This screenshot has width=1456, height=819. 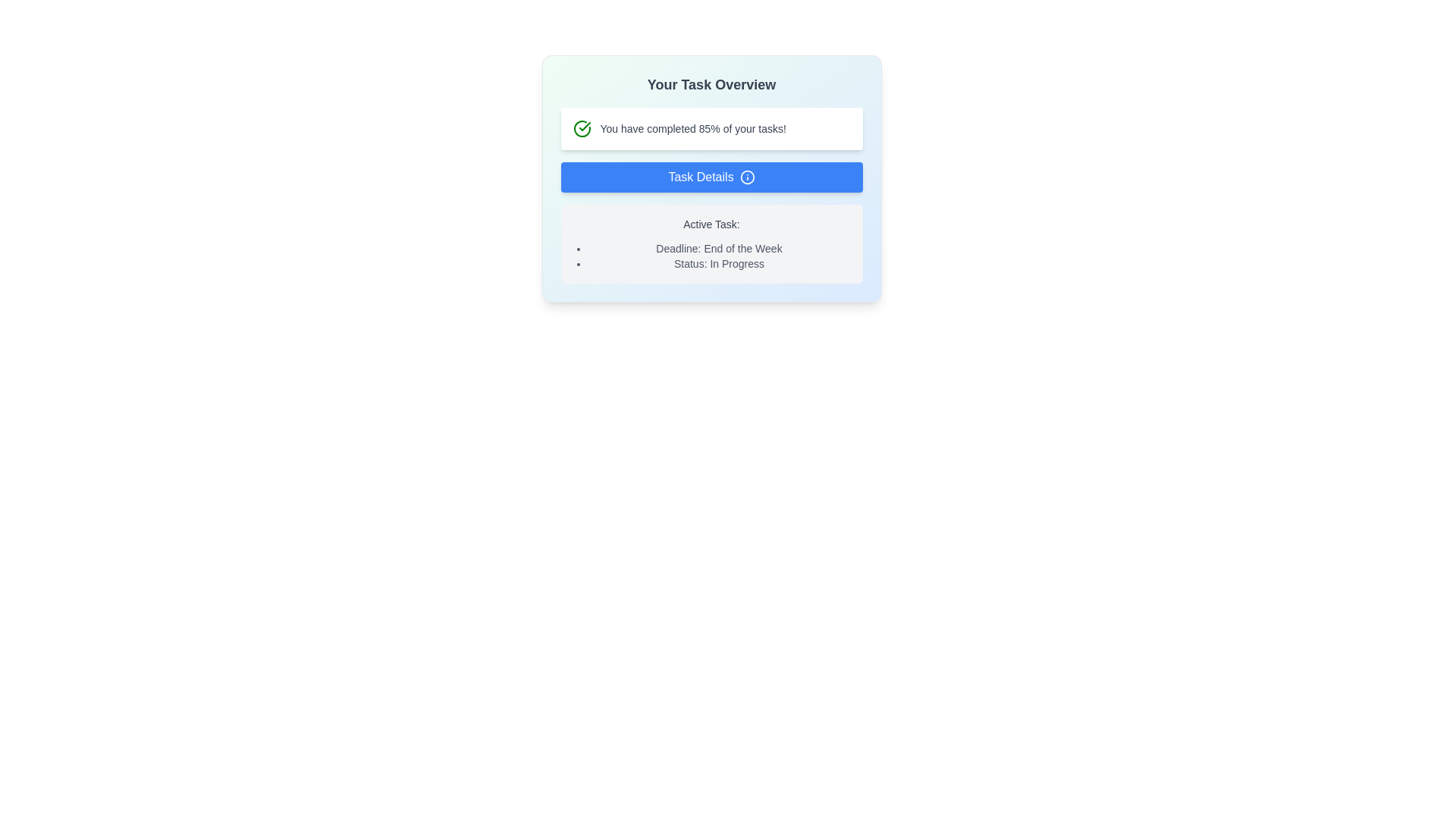 What do you see at coordinates (718, 262) in the screenshot?
I see `the text label that reads 'Status: In Progress', which is styled in gray and positioned under the heading 'Active Task' in a bulleted list` at bounding box center [718, 262].